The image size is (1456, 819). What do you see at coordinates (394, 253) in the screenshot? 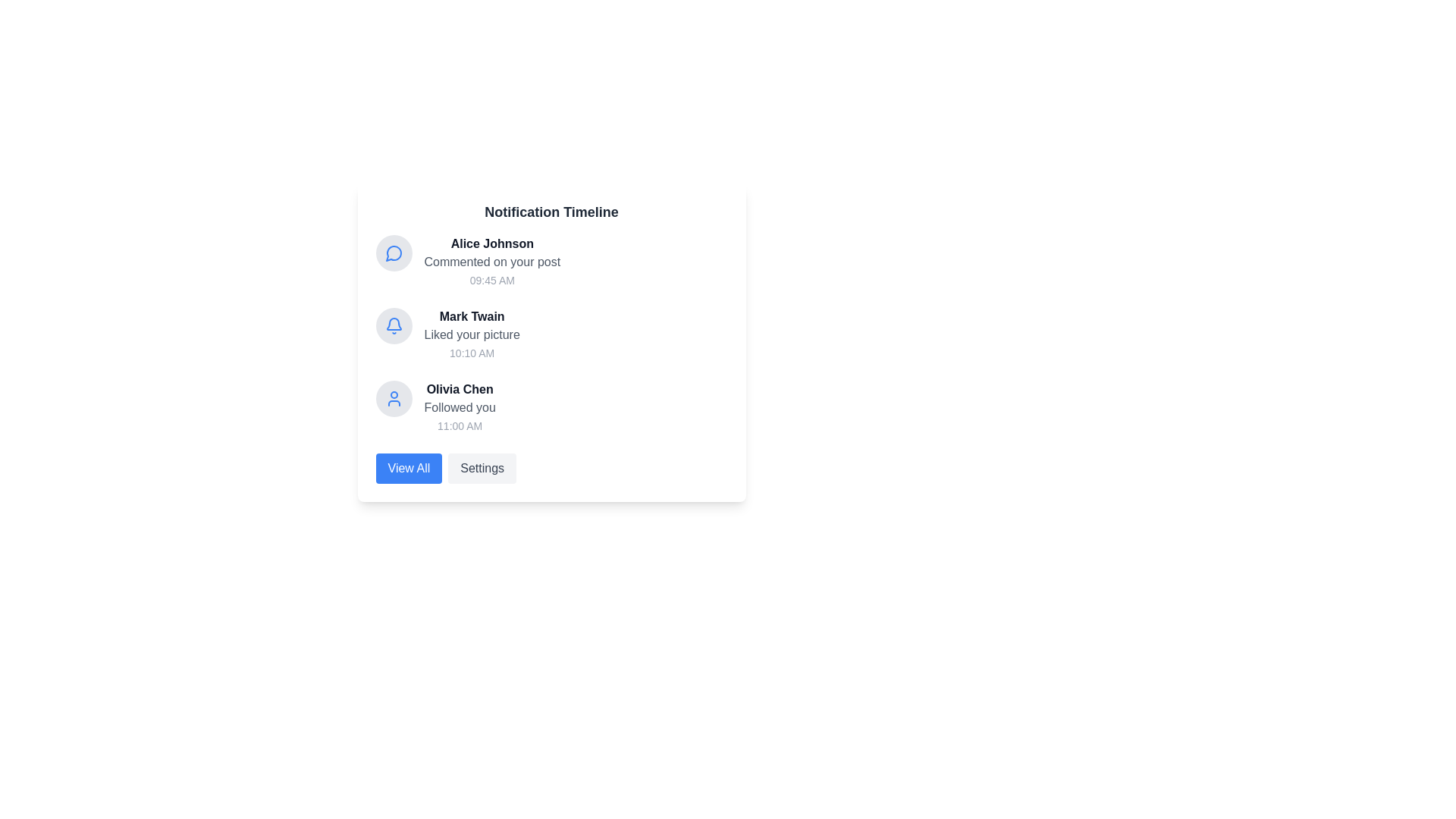
I see `the circular gray background enclosing the blue chat bubble icon representing Alice Johnson's comment at 09:45 AM in the notification timeline` at bounding box center [394, 253].